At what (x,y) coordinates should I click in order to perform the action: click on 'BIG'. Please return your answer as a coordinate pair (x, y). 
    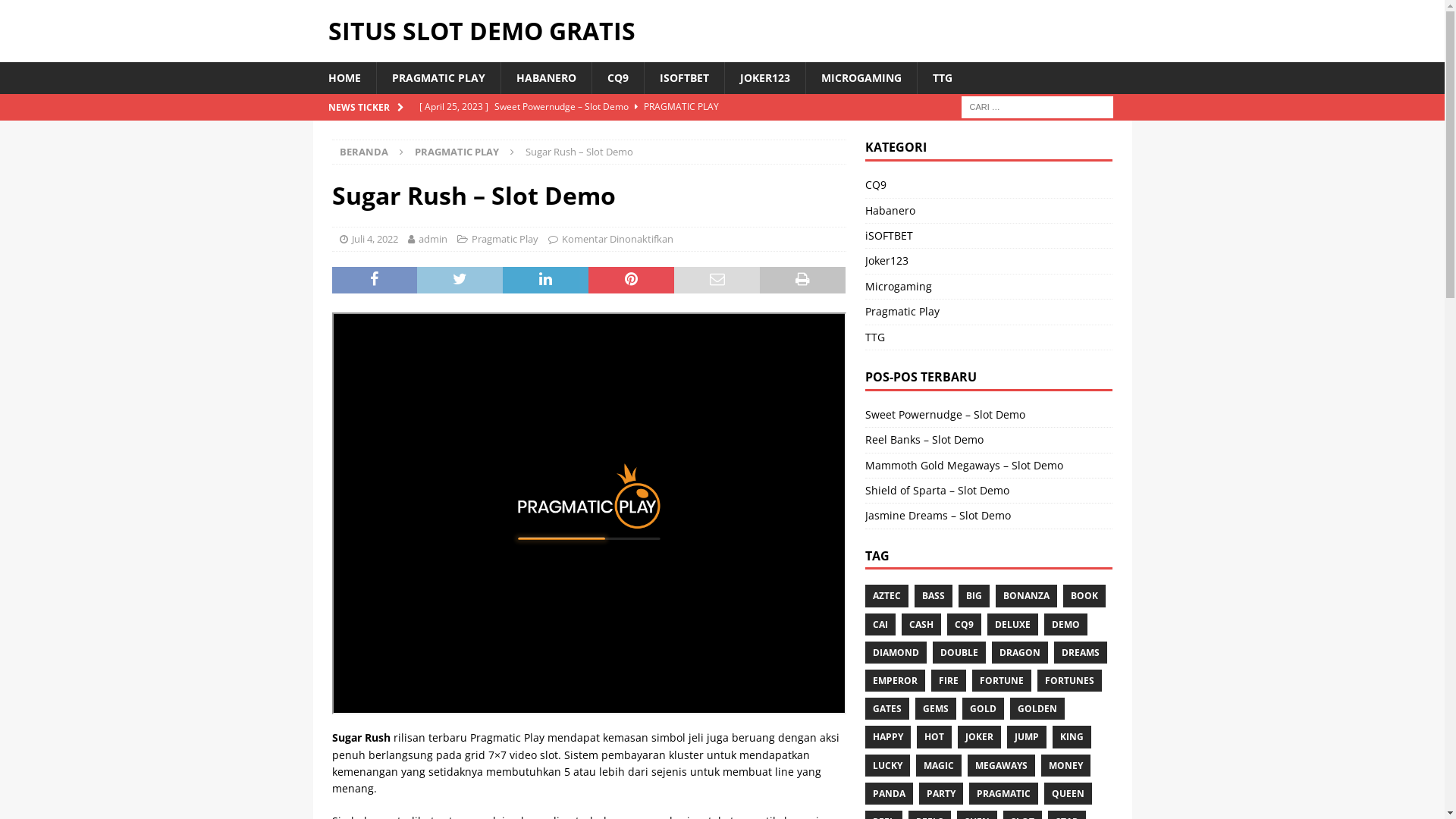
    Looking at the image, I should click on (974, 595).